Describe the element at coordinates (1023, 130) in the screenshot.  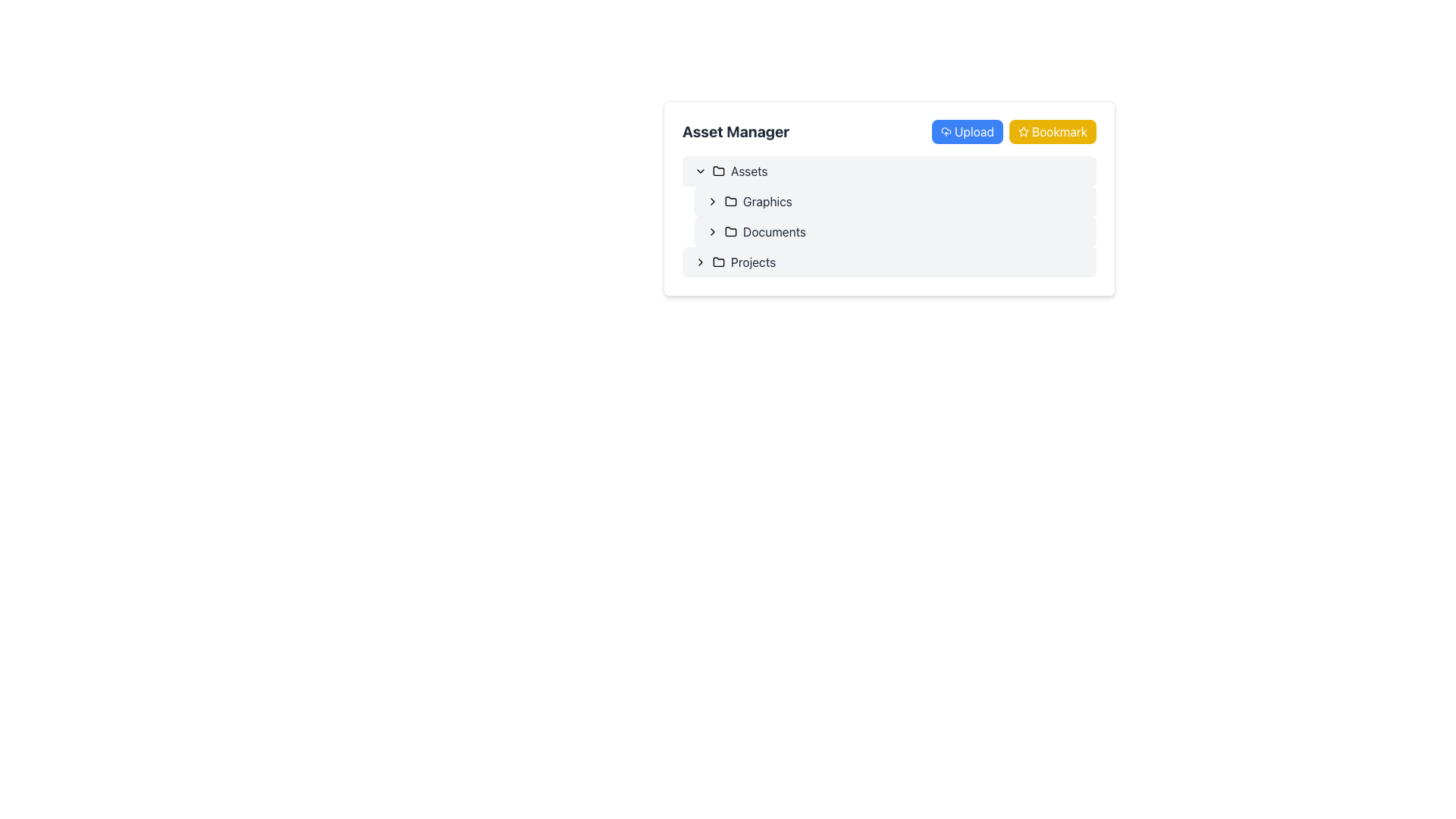
I see `the golden star-shaped icon located adjacent to the 'Bookmark' button on the top right of the Asset Manager interface` at that location.